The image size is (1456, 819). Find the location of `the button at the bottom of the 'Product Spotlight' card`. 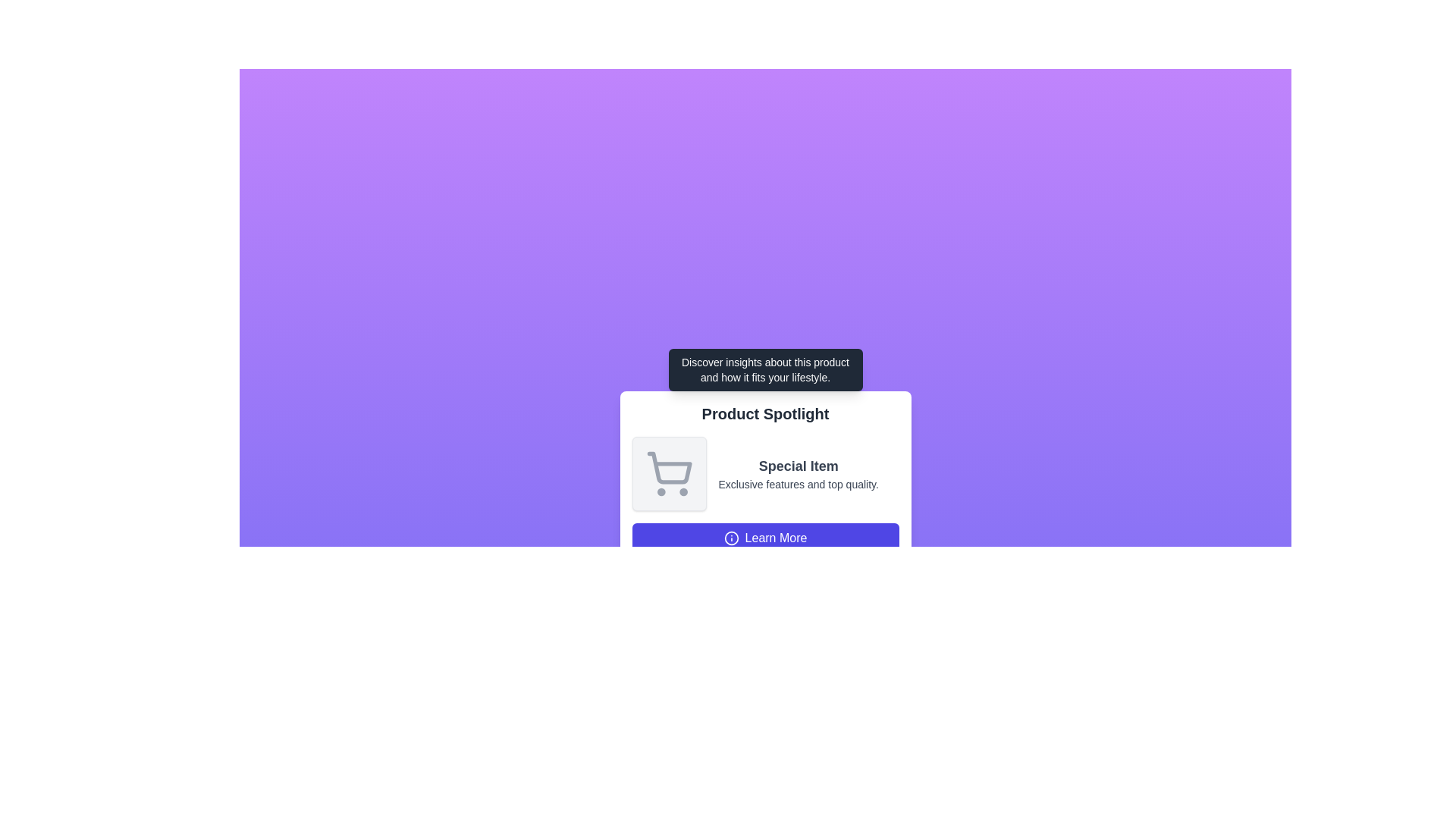

the button at the bottom of the 'Product Spotlight' card is located at coordinates (765, 537).